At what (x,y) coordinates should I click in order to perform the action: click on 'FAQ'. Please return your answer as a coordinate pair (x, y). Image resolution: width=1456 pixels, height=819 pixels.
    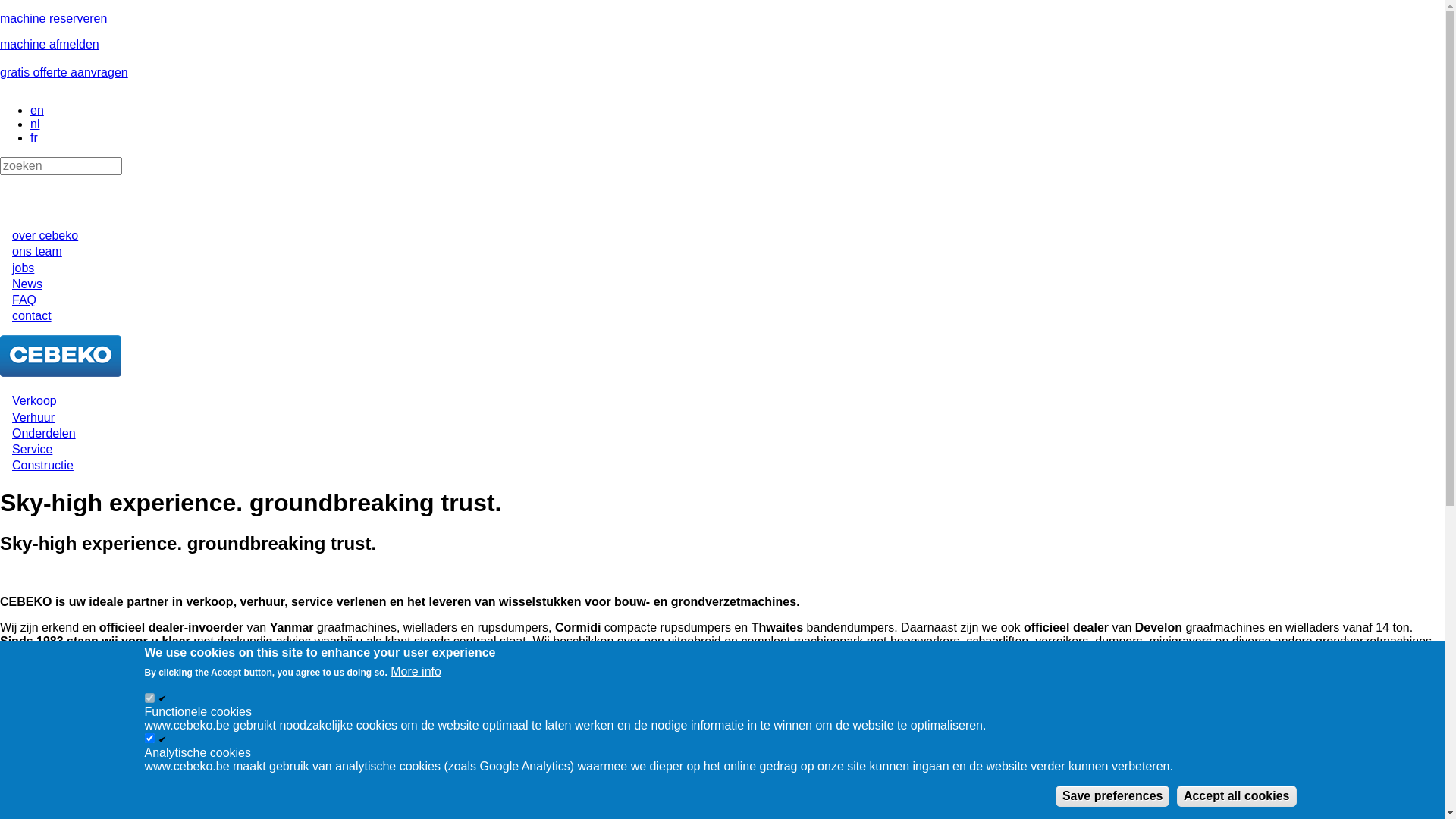
    Looking at the image, I should click on (24, 300).